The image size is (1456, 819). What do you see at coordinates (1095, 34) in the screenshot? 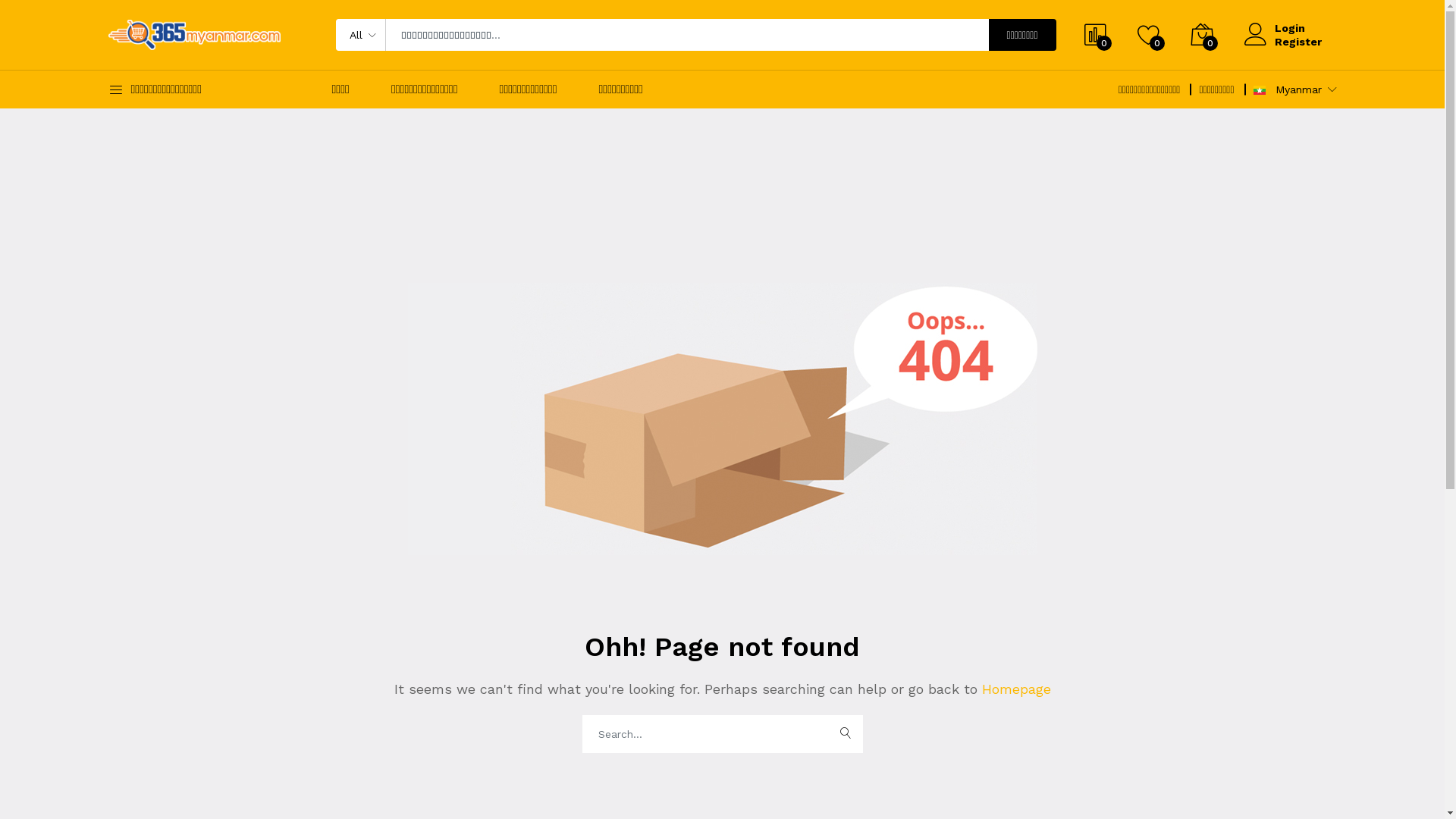
I see `'0'` at bounding box center [1095, 34].